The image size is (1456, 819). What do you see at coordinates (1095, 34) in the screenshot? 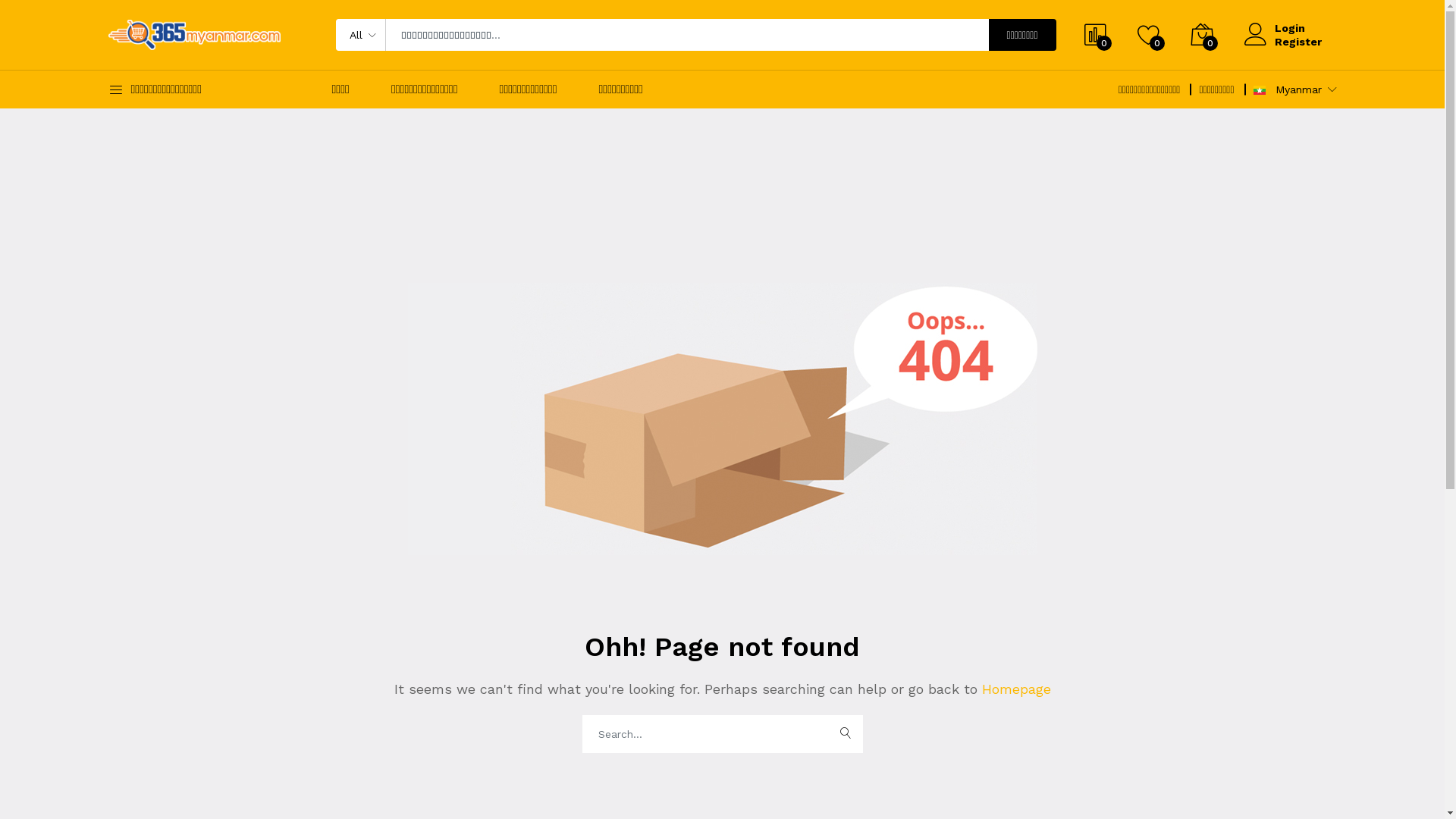
I see `'0'` at bounding box center [1095, 34].